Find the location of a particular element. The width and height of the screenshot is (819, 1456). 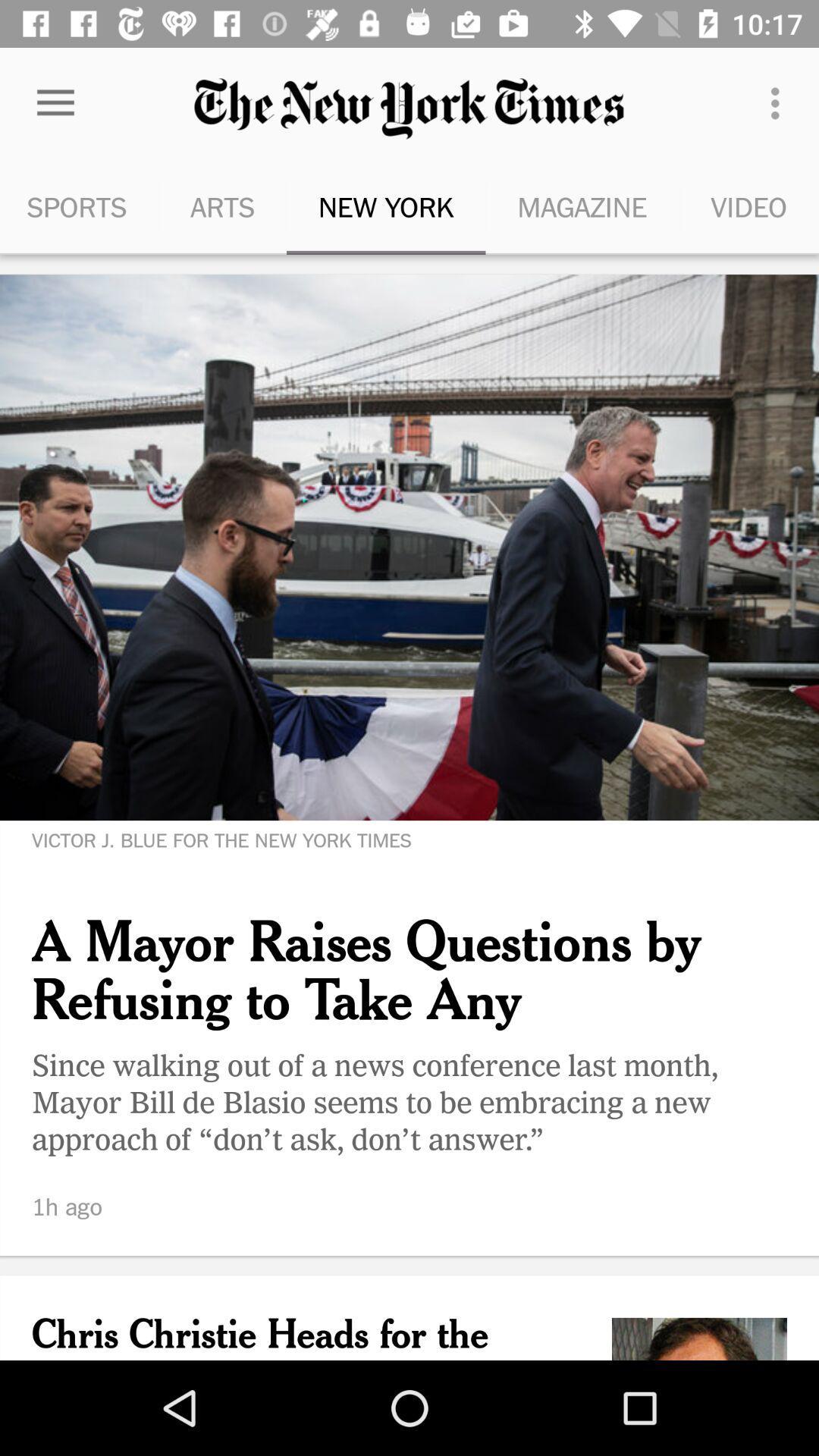

the video icon is located at coordinates (748, 206).